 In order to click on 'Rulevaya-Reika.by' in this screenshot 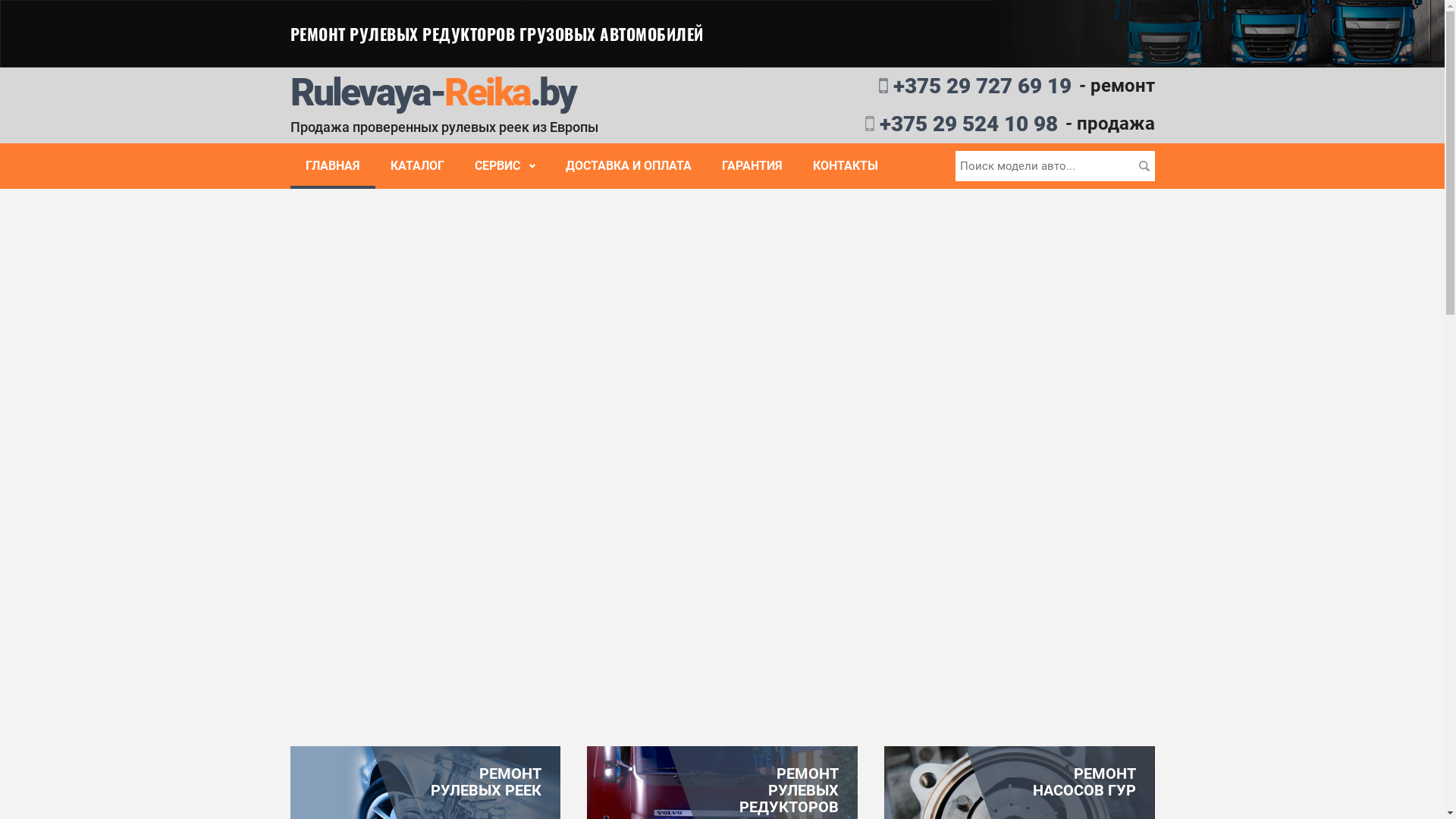, I will do `click(431, 93)`.